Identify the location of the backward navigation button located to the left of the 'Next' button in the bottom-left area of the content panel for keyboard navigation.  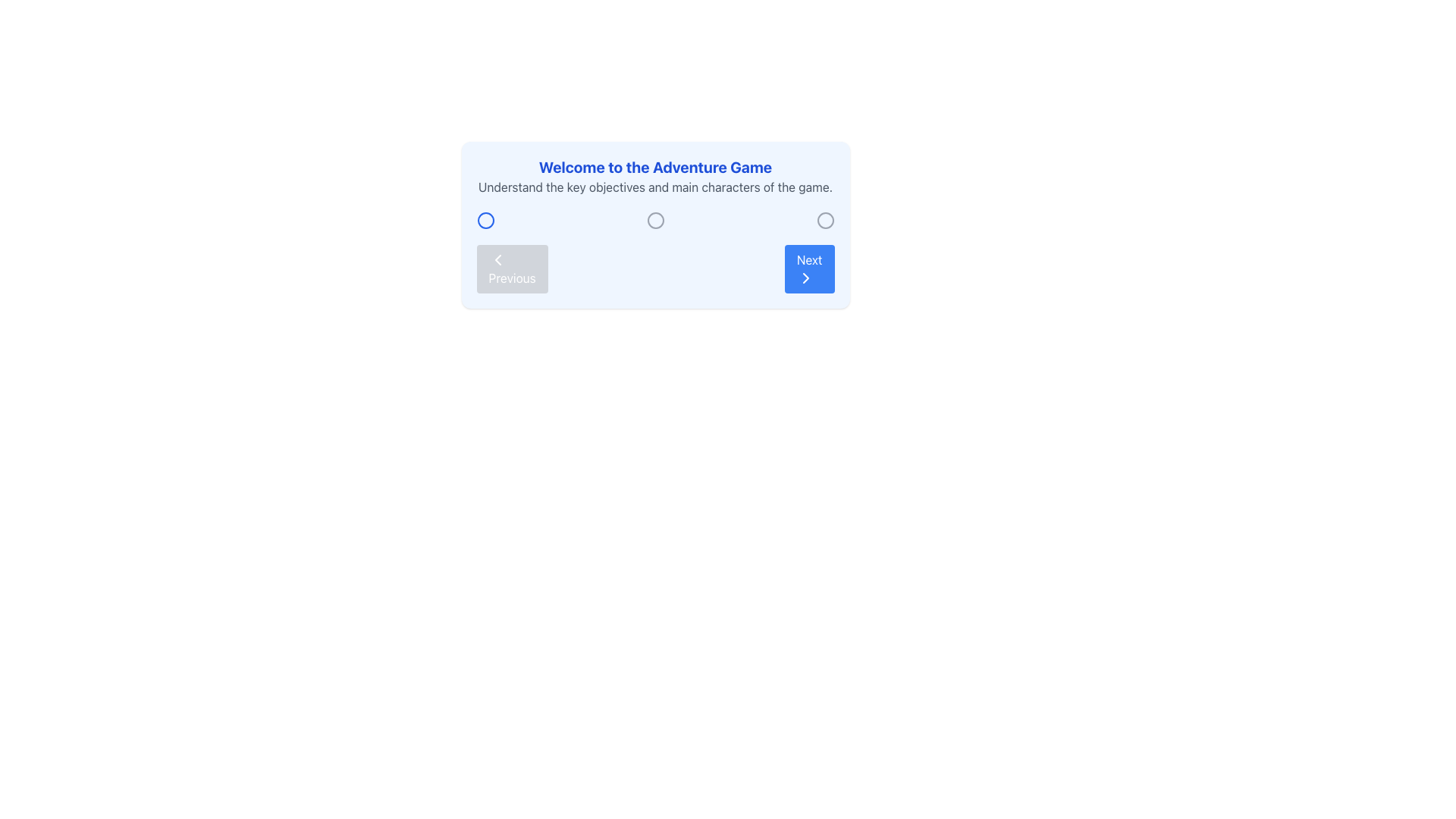
(512, 268).